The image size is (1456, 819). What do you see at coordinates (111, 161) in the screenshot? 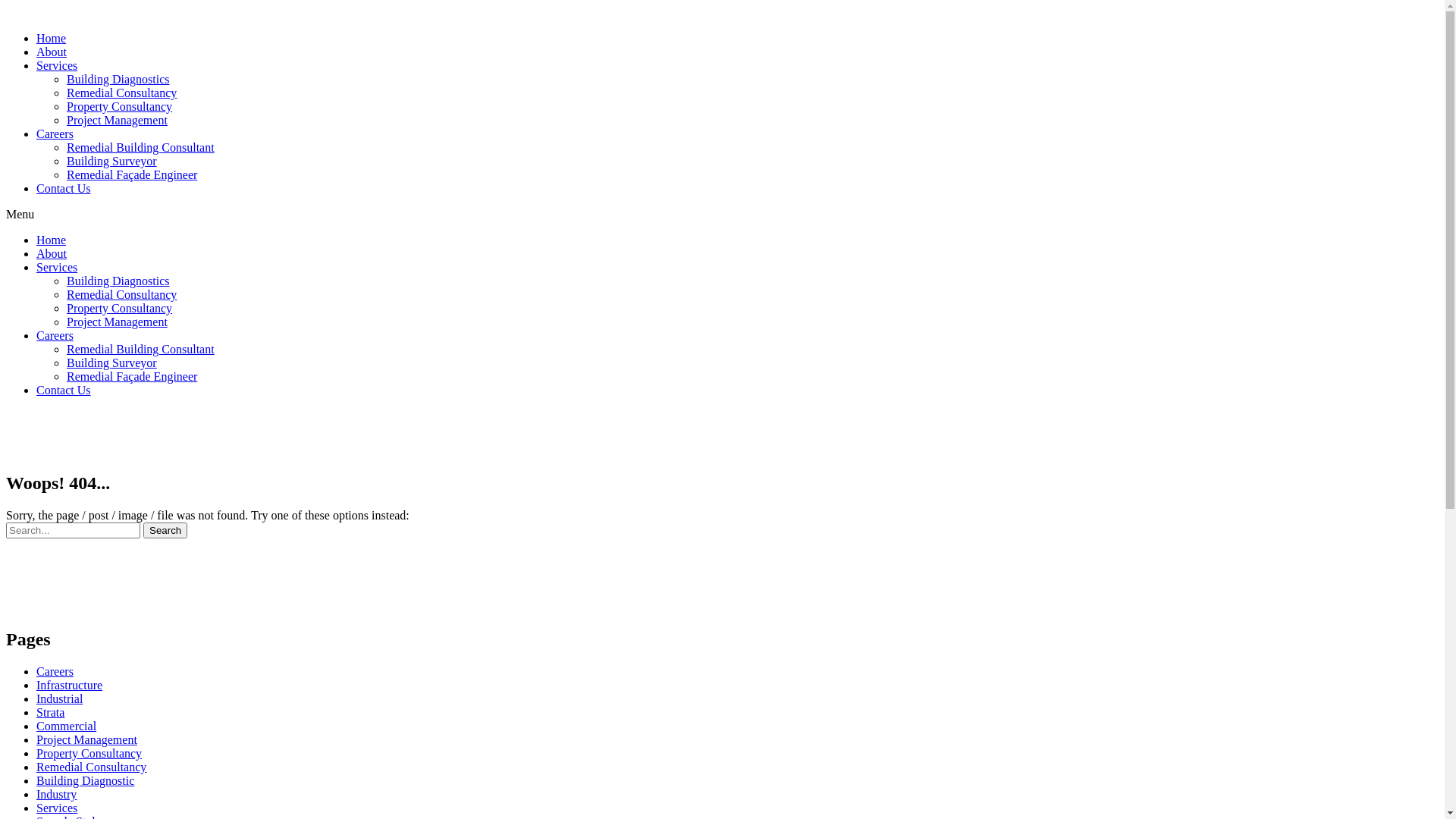
I see `'Building Surveyor'` at bounding box center [111, 161].